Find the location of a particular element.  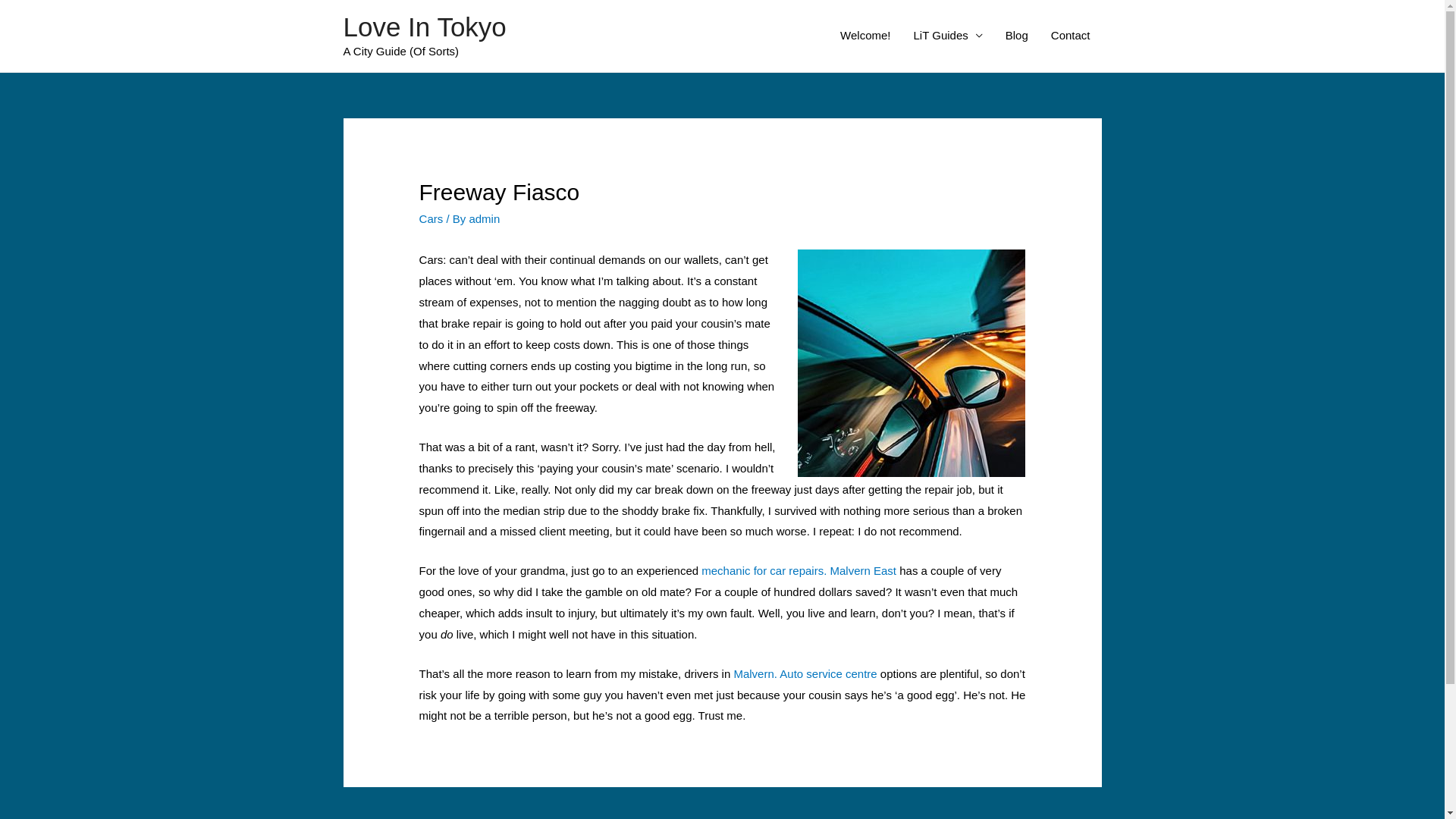

'Malvern. Auto service centre' is located at coordinates (733, 673).